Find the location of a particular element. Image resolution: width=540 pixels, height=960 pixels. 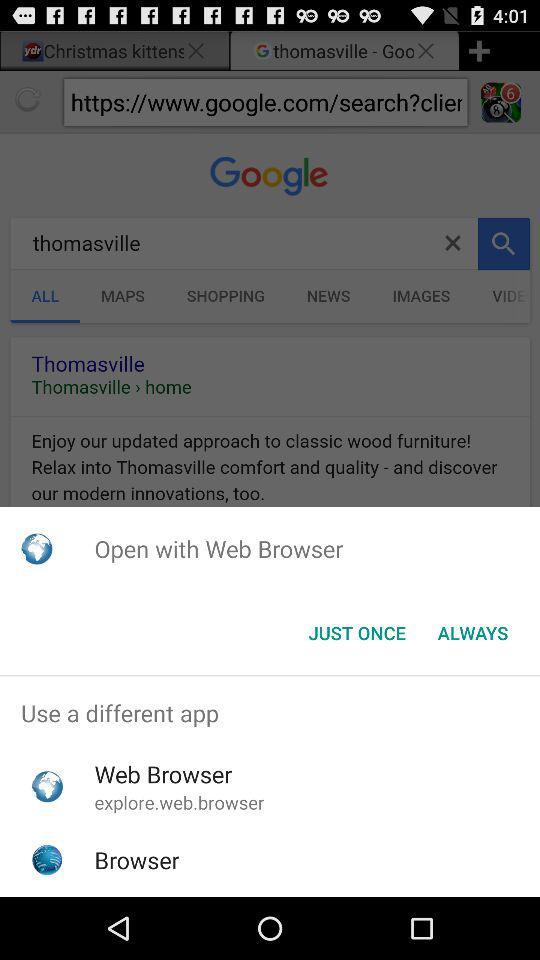

the always item is located at coordinates (472, 632).